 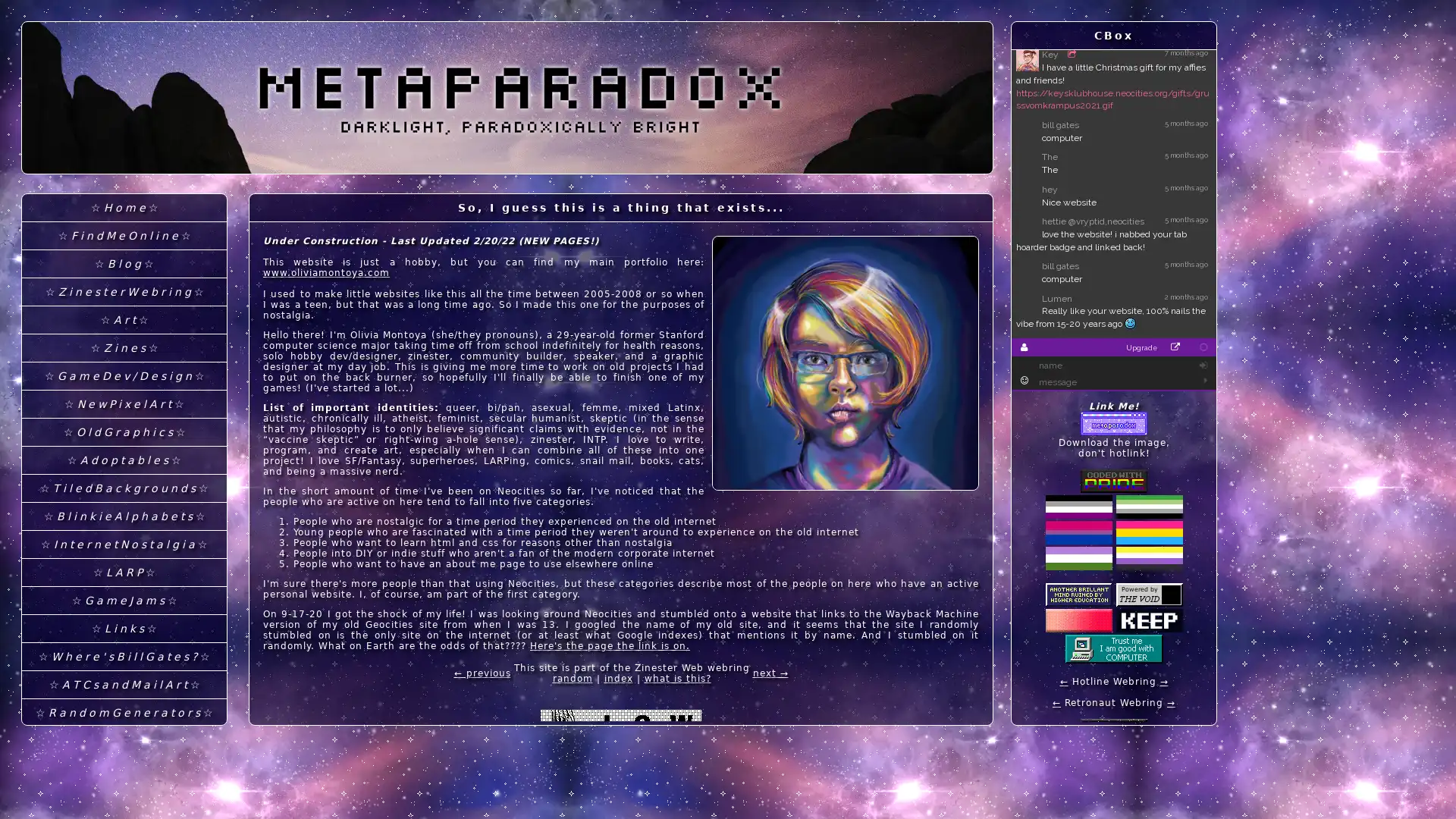 What do you see at coordinates (124, 348) in the screenshot?
I see `Z i n e s` at bounding box center [124, 348].